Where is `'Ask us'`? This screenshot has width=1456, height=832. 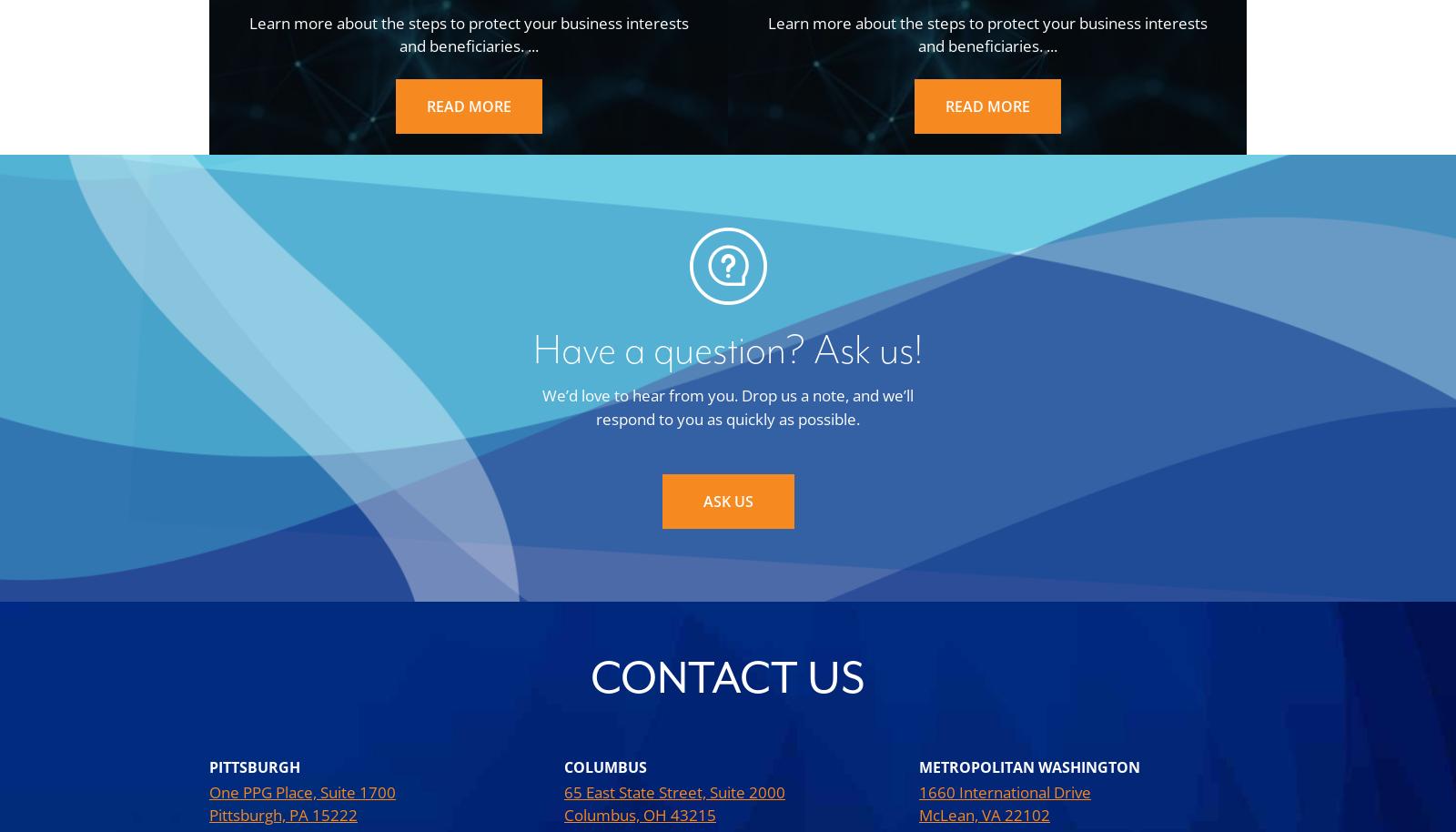
'Ask us' is located at coordinates (703, 501).